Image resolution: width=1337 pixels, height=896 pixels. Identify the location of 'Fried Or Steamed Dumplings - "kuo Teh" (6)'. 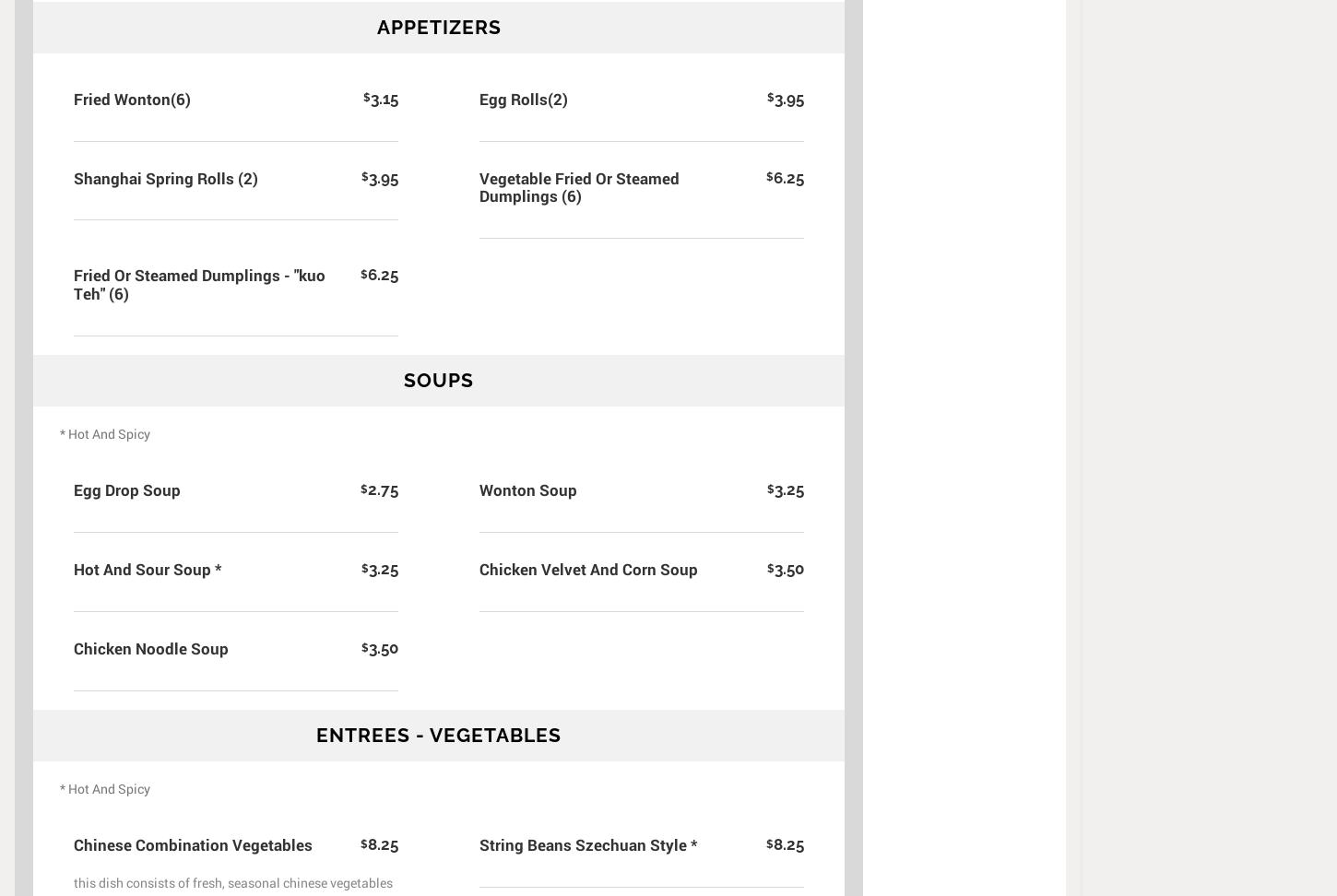
(198, 283).